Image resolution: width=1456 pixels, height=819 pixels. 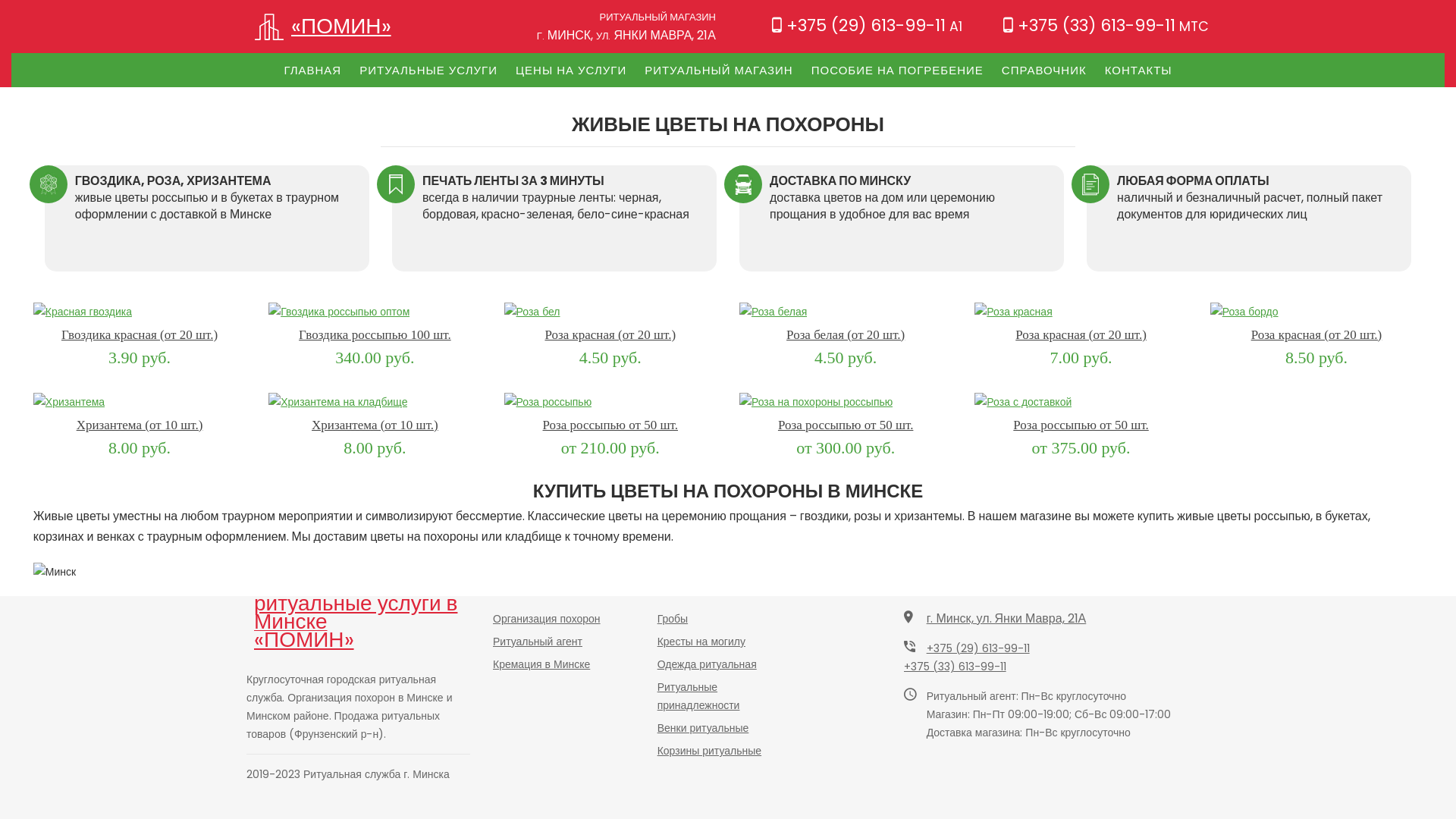 What do you see at coordinates (867, 25) in the screenshot?
I see `'+375 (29) 613-99-11 A1'` at bounding box center [867, 25].